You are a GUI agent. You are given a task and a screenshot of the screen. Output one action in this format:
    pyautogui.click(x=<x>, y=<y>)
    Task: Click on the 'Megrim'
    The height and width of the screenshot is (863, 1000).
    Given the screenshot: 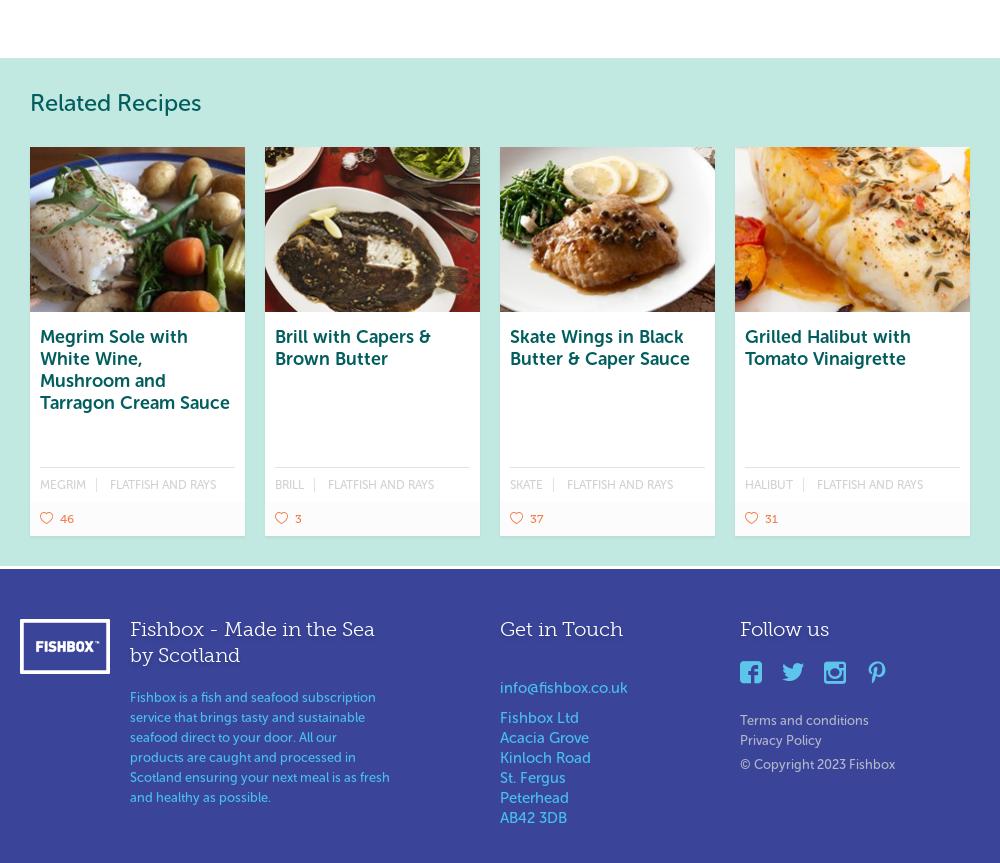 What is the action you would take?
    pyautogui.click(x=62, y=482)
    